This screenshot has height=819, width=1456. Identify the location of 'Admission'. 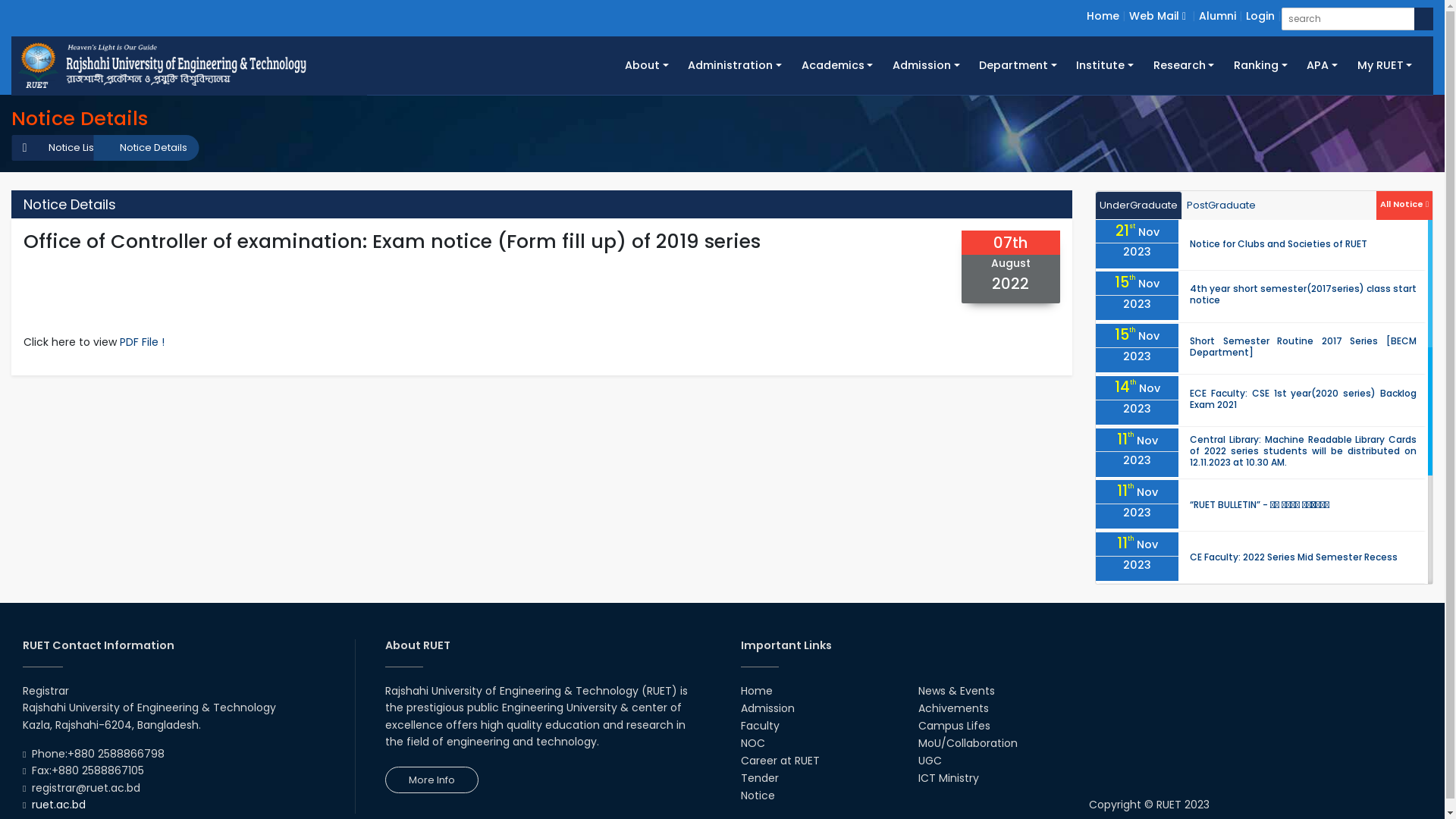
(882, 64).